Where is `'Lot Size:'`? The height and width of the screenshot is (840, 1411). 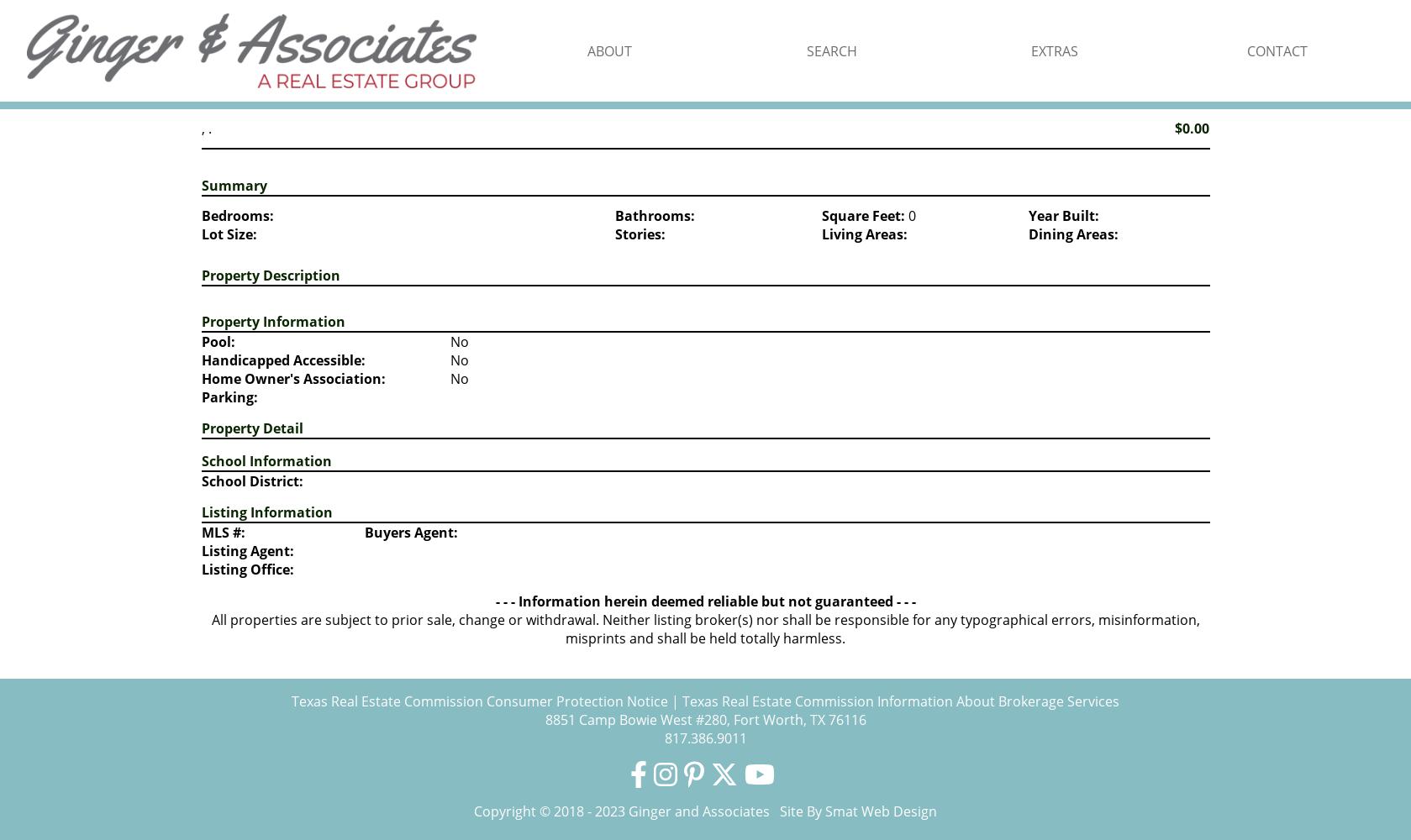 'Lot Size:' is located at coordinates (228, 234).